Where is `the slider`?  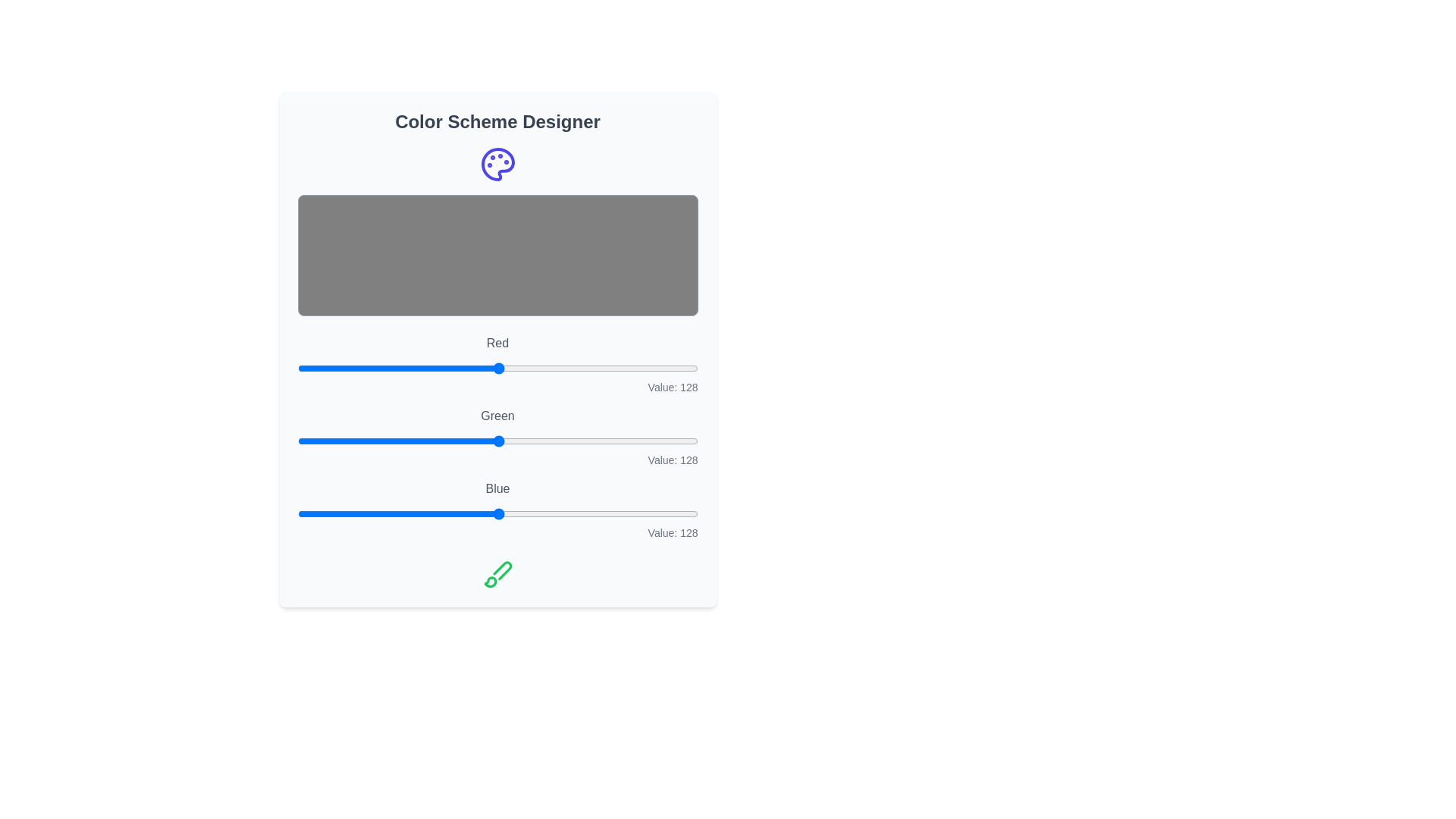
the slider is located at coordinates (571, 441).